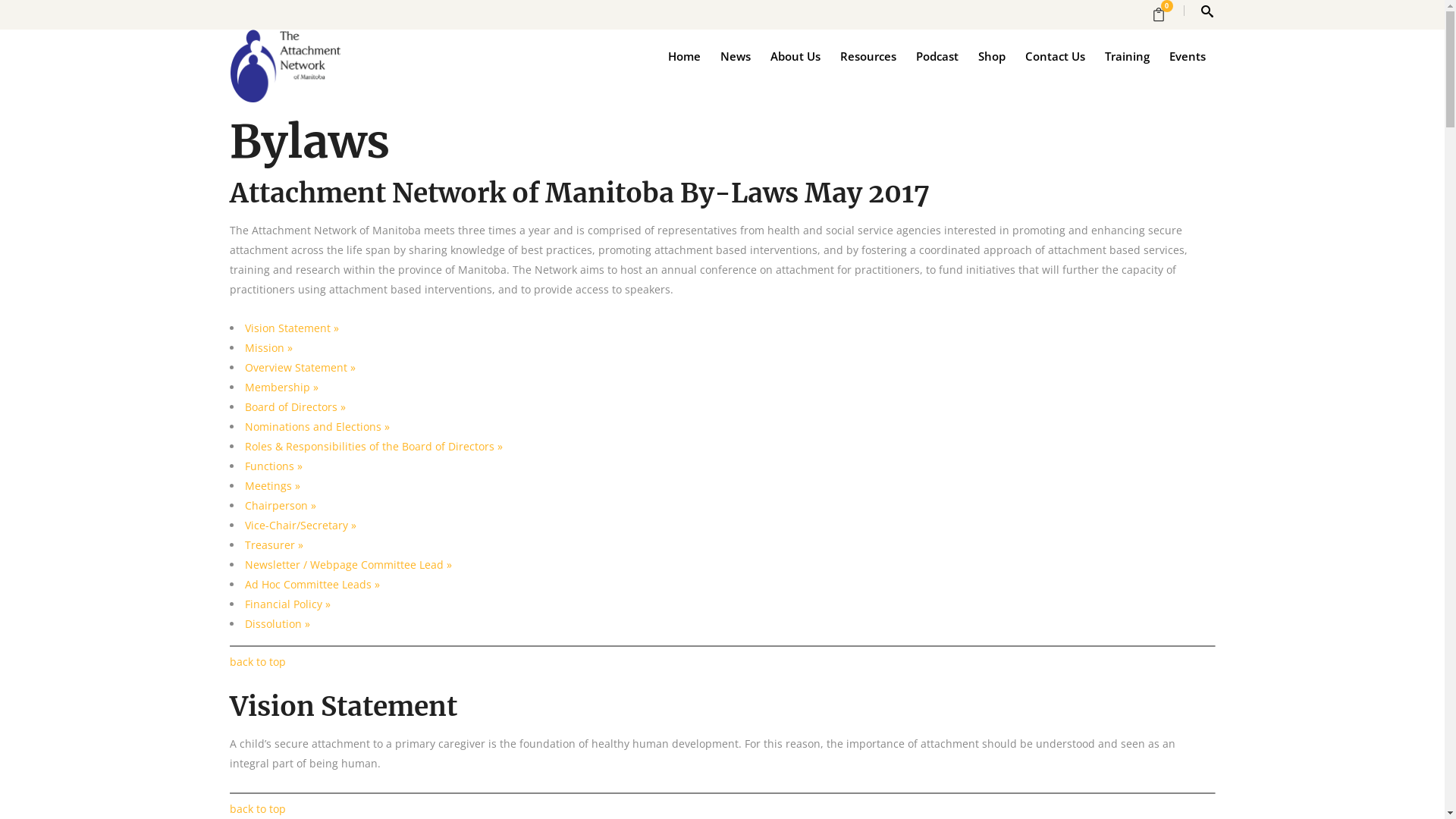  What do you see at coordinates (1127, 55) in the screenshot?
I see `'Training'` at bounding box center [1127, 55].